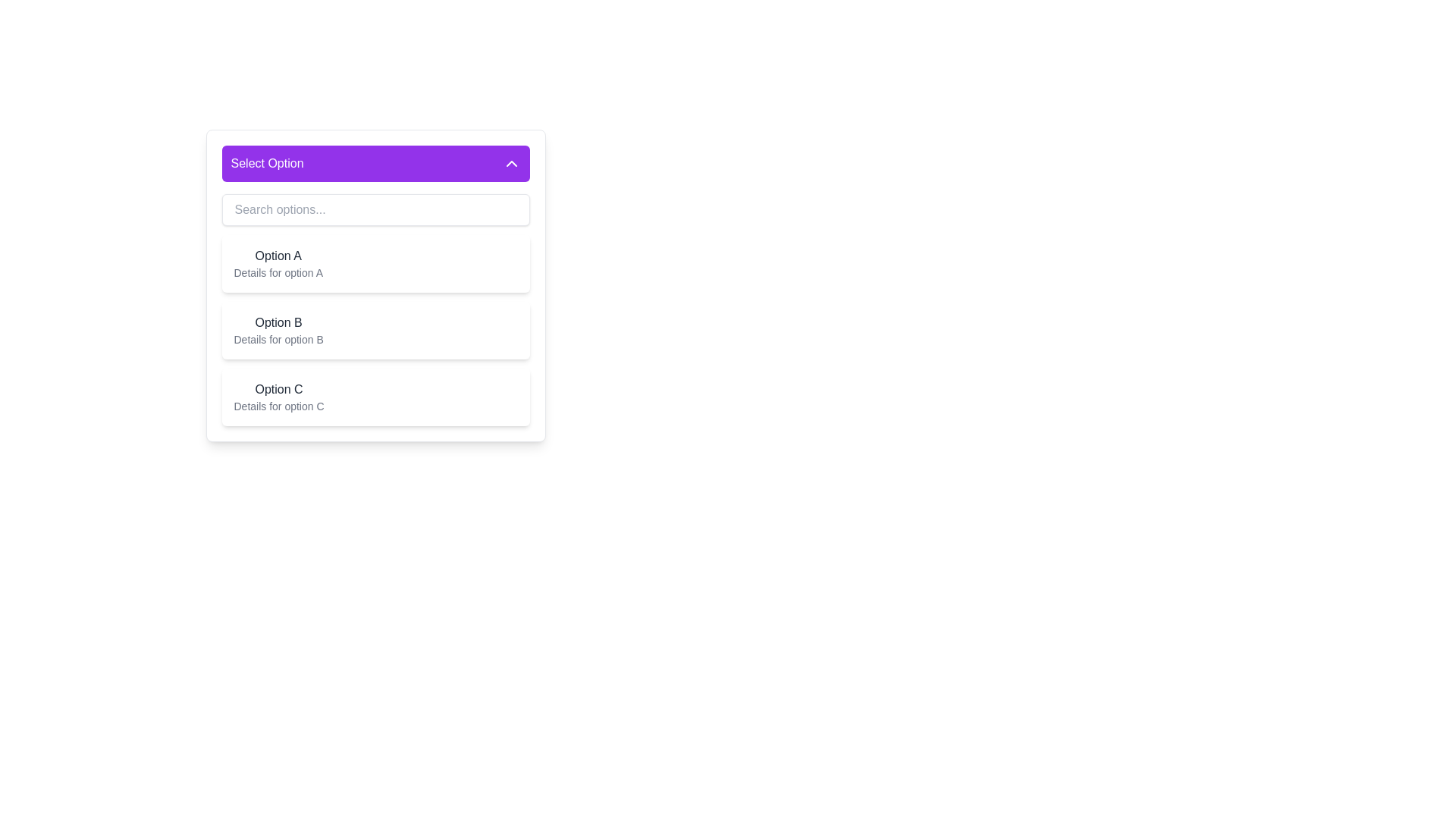 This screenshot has width=1456, height=819. I want to click on the first selection box labeled 'Option A', so click(375, 262).